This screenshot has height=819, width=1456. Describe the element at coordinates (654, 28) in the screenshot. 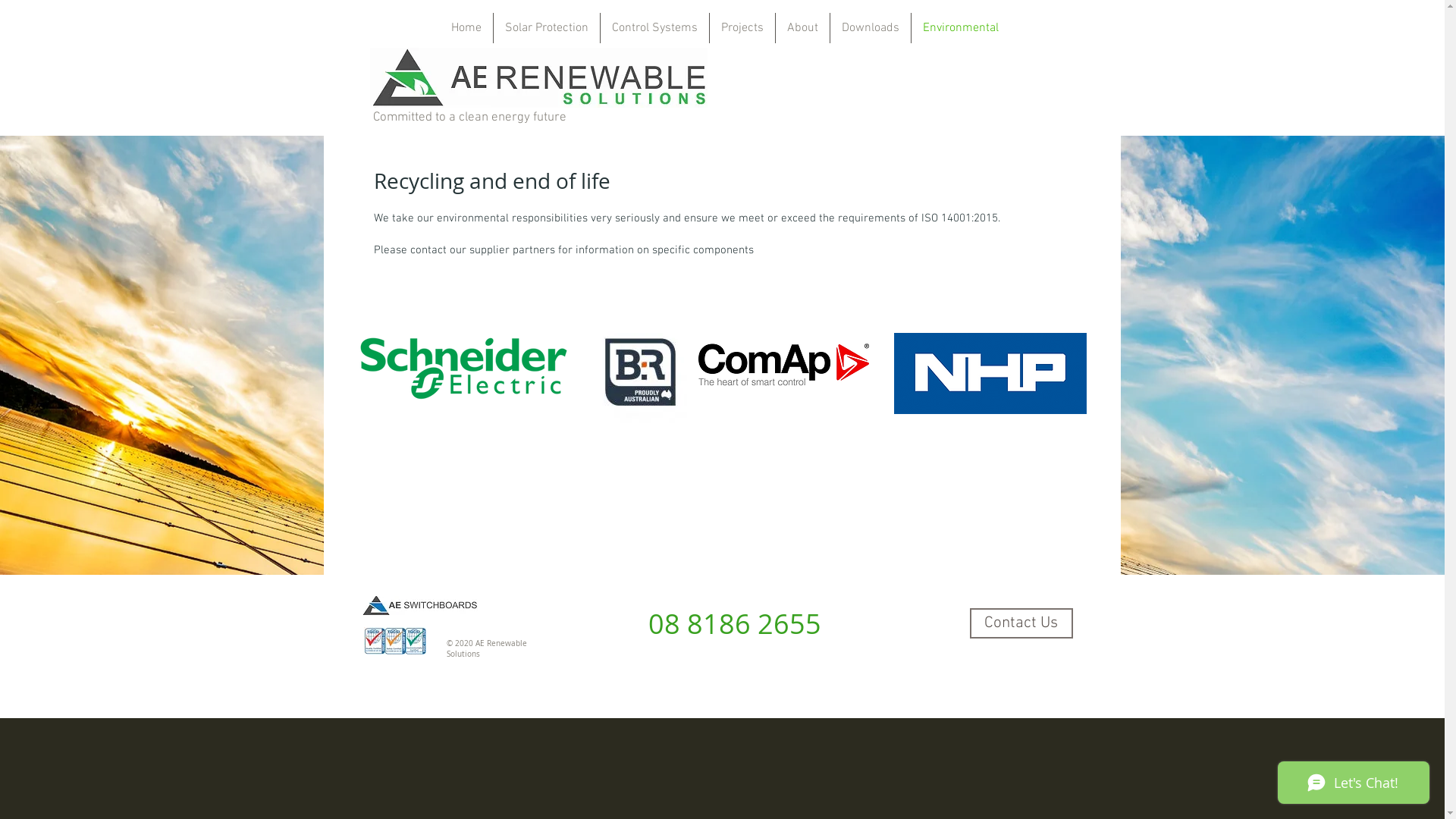

I see `'Control Systems'` at that location.